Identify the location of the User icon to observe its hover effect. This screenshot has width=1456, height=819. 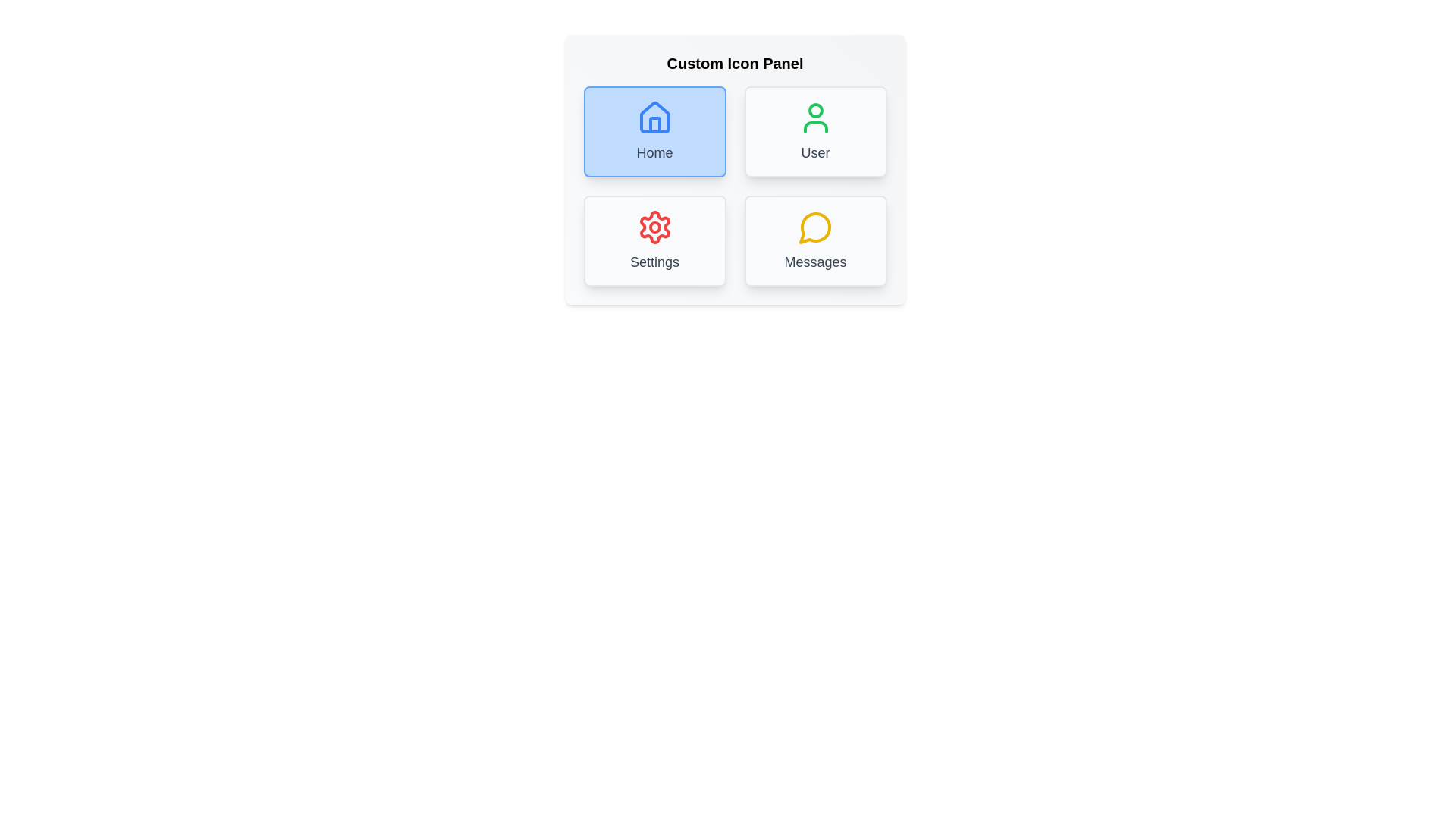
(814, 130).